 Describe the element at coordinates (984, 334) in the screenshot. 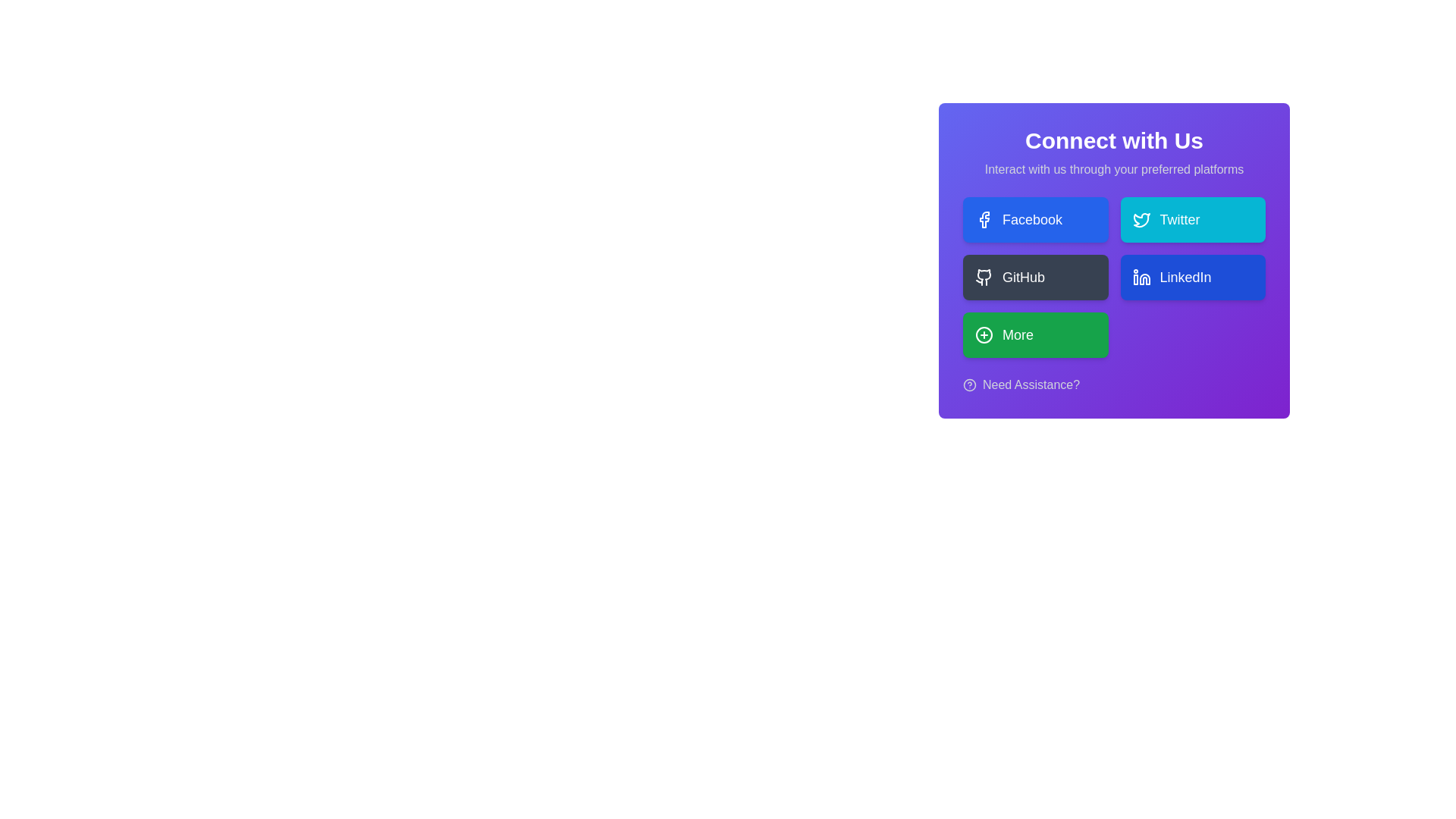

I see `the decorative SVG graphic element within the 'More' button, which is located in the vertical stack on the right side of the interface` at that location.